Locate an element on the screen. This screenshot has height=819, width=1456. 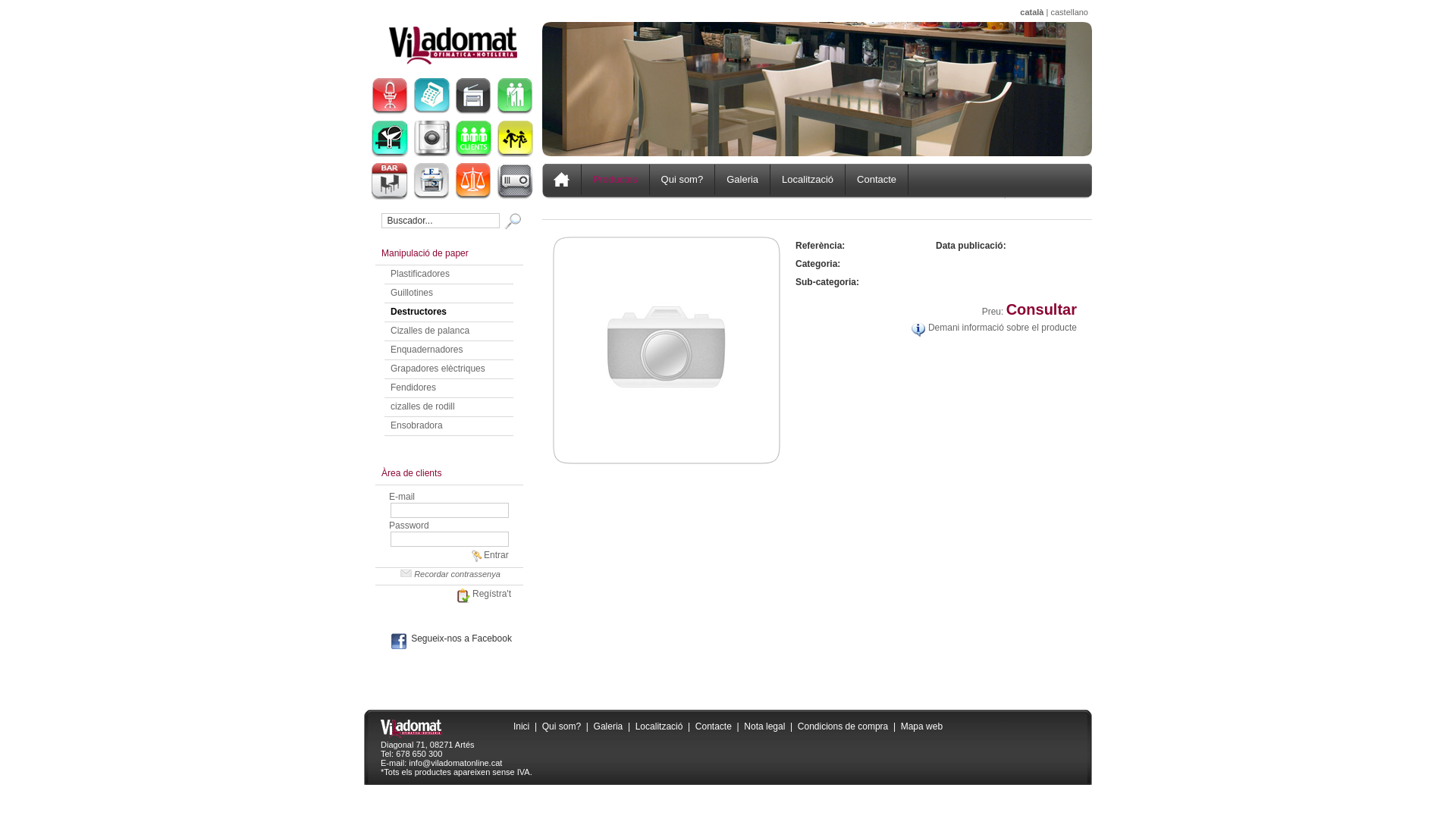
'Cizalles de palanca' is located at coordinates (428, 329).